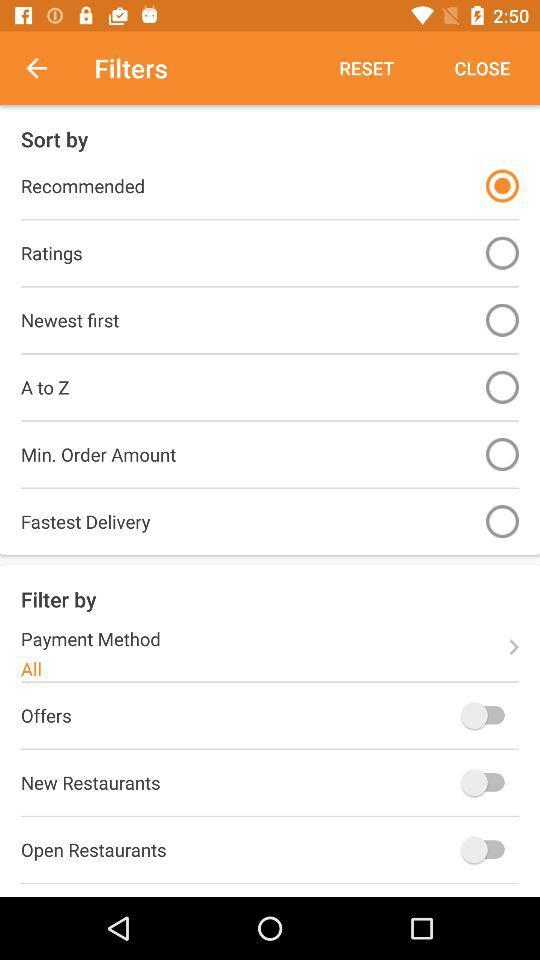 The image size is (540, 960). Describe the element at coordinates (365, 68) in the screenshot. I see `the reset` at that location.